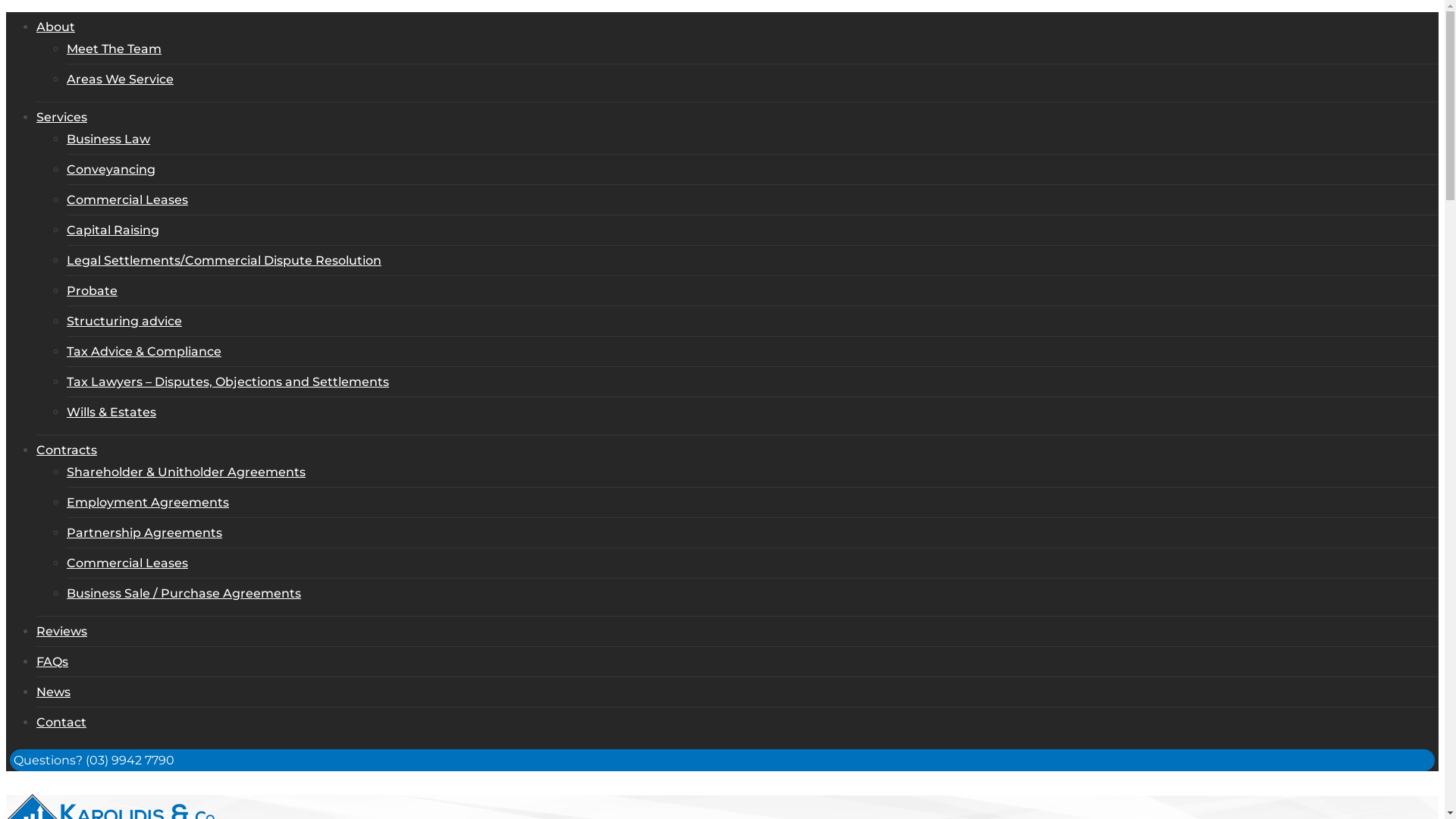  Describe the element at coordinates (144, 532) in the screenshot. I see `'Partnership Agreements'` at that location.